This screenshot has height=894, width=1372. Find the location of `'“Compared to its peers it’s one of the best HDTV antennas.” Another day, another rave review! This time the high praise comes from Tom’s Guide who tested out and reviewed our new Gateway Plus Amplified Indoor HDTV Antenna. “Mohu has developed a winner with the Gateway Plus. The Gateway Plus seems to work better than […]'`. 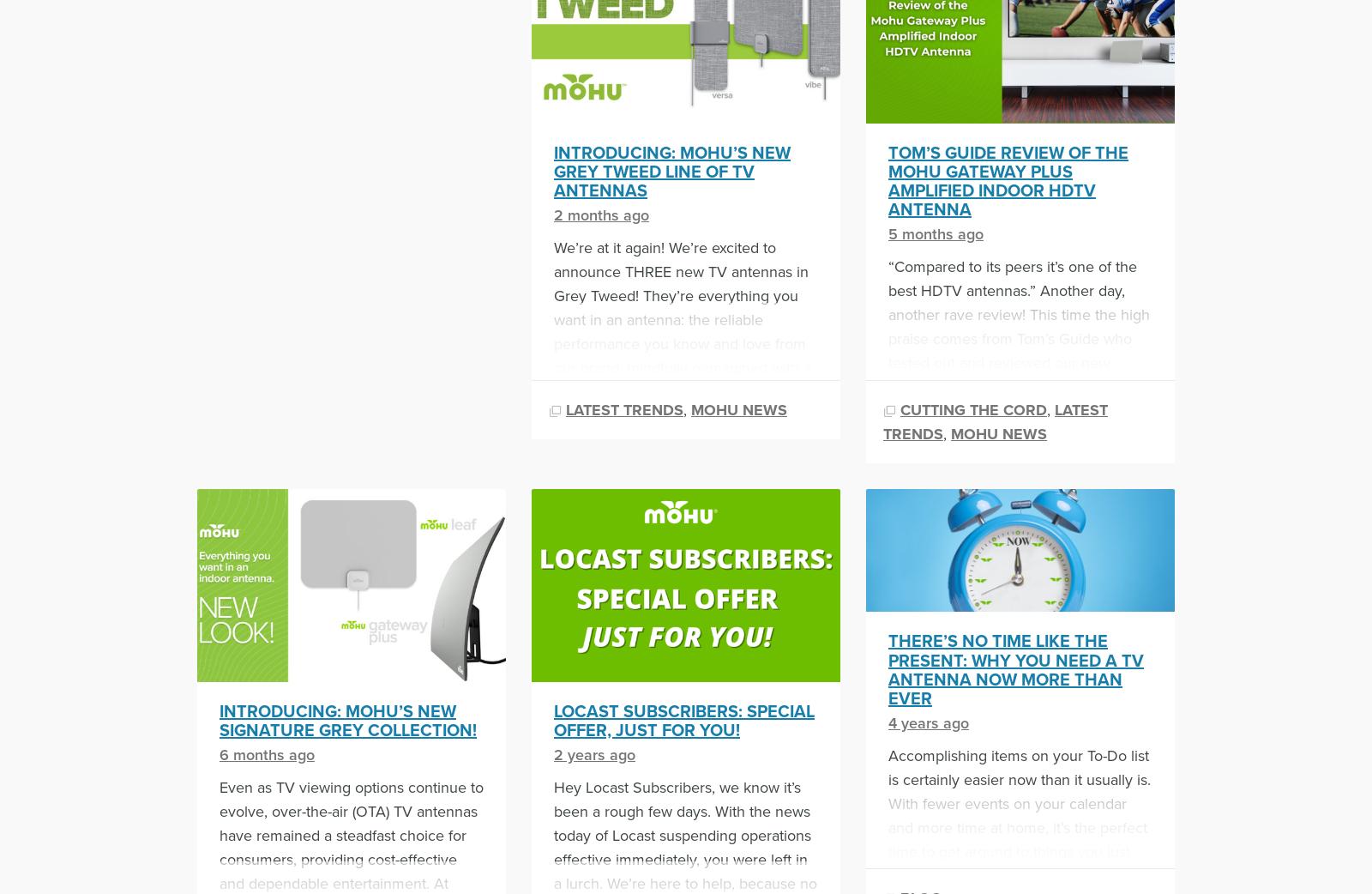

'“Compared to its peers it’s one of the best HDTV antennas.” Another day, another rave review! This time the high praise comes from Tom’s Guide who tested out and reviewed our new Gateway Plus Amplified Indoor HDTV Antenna. “Mohu has developed a winner with the Gateway Plus. The Gateway Plus seems to work better than […]' is located at coordinates (888, 373).